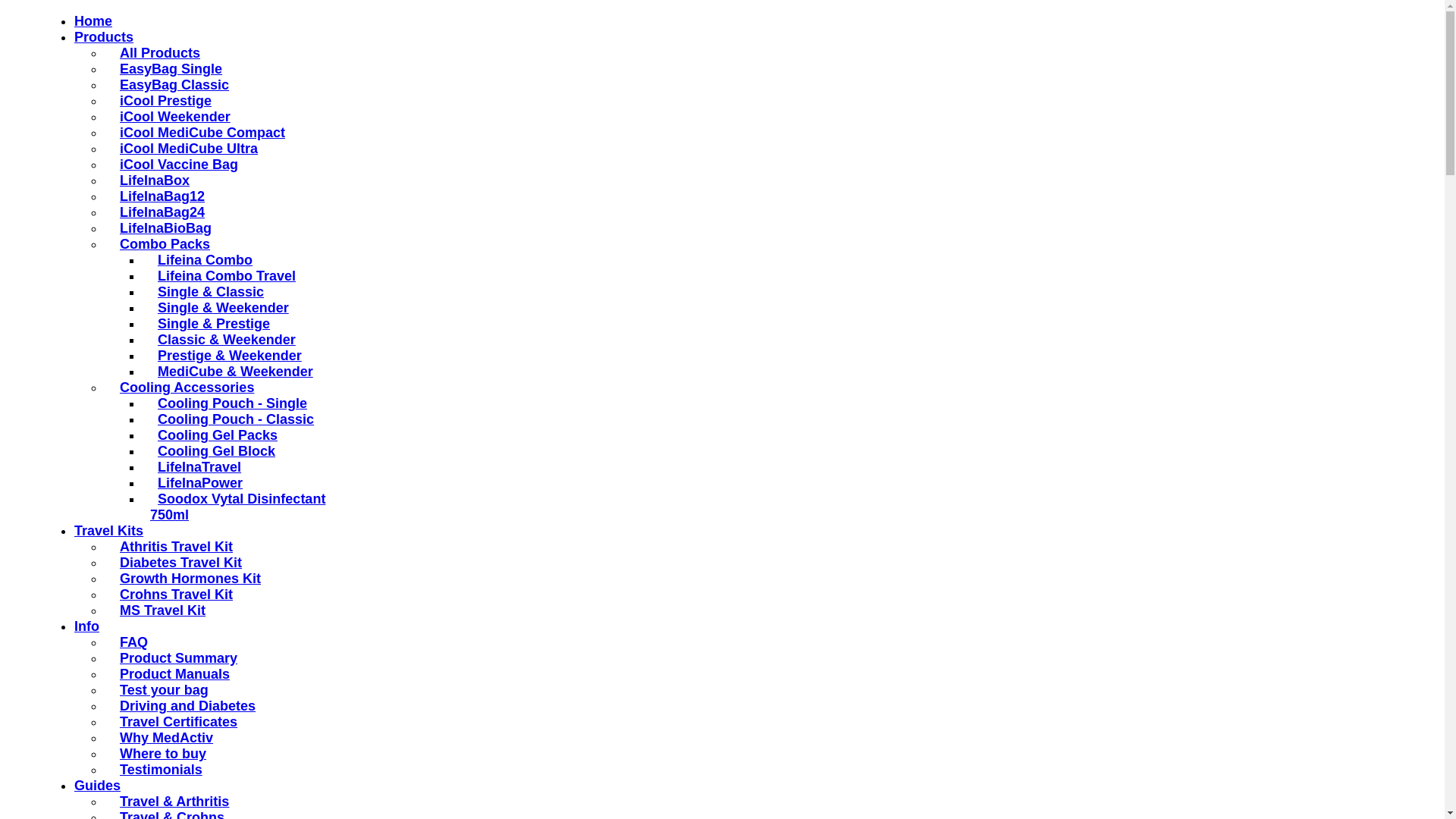 Image resolution: width=1456 pixels, height=819 pixels. I want to click on 'Travel Certificates', so click(111, 721).